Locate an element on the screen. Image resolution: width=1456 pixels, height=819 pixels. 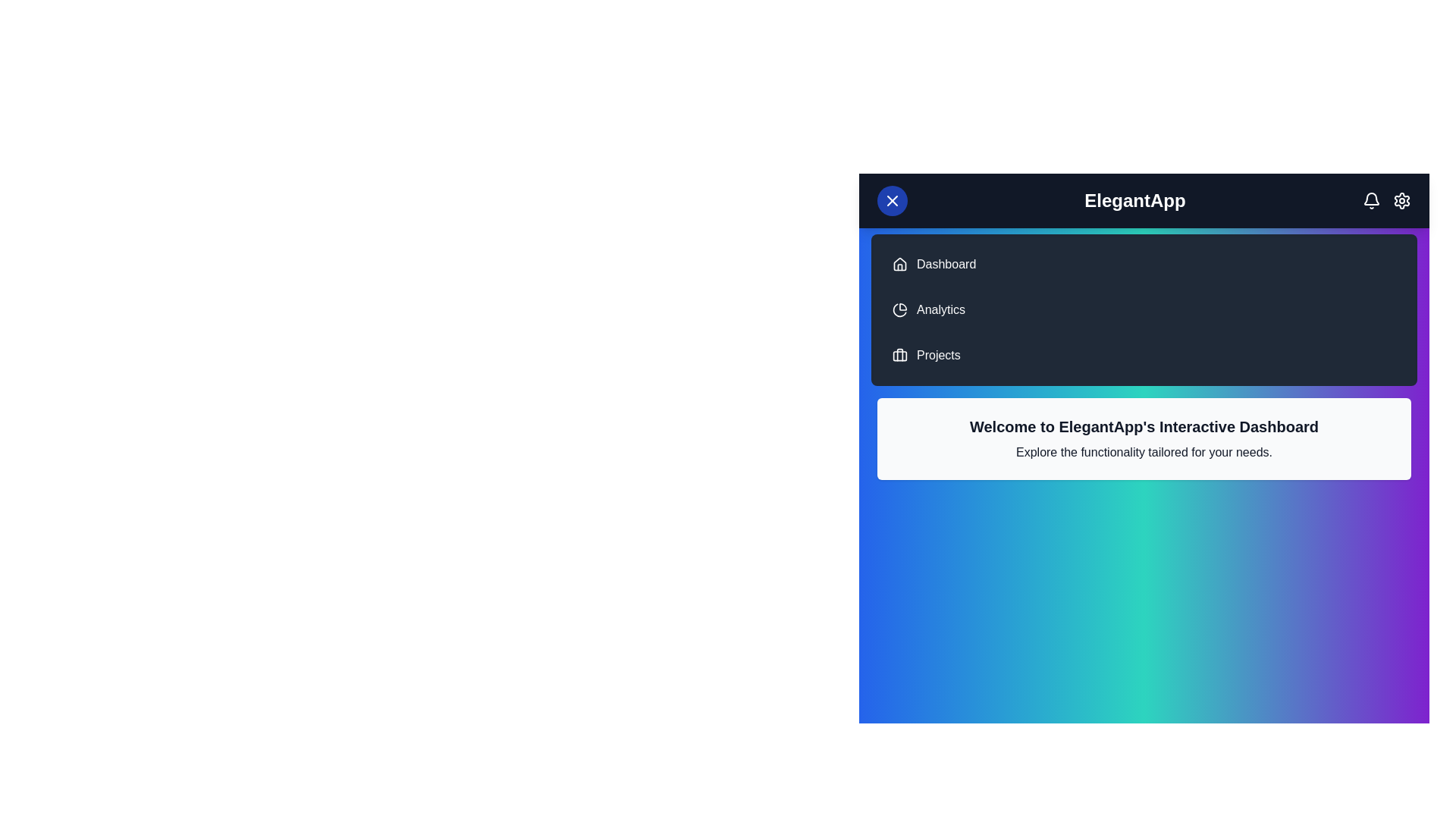
the button with the X icon to toggle the menu visibility is located at coordinates (892, 200).